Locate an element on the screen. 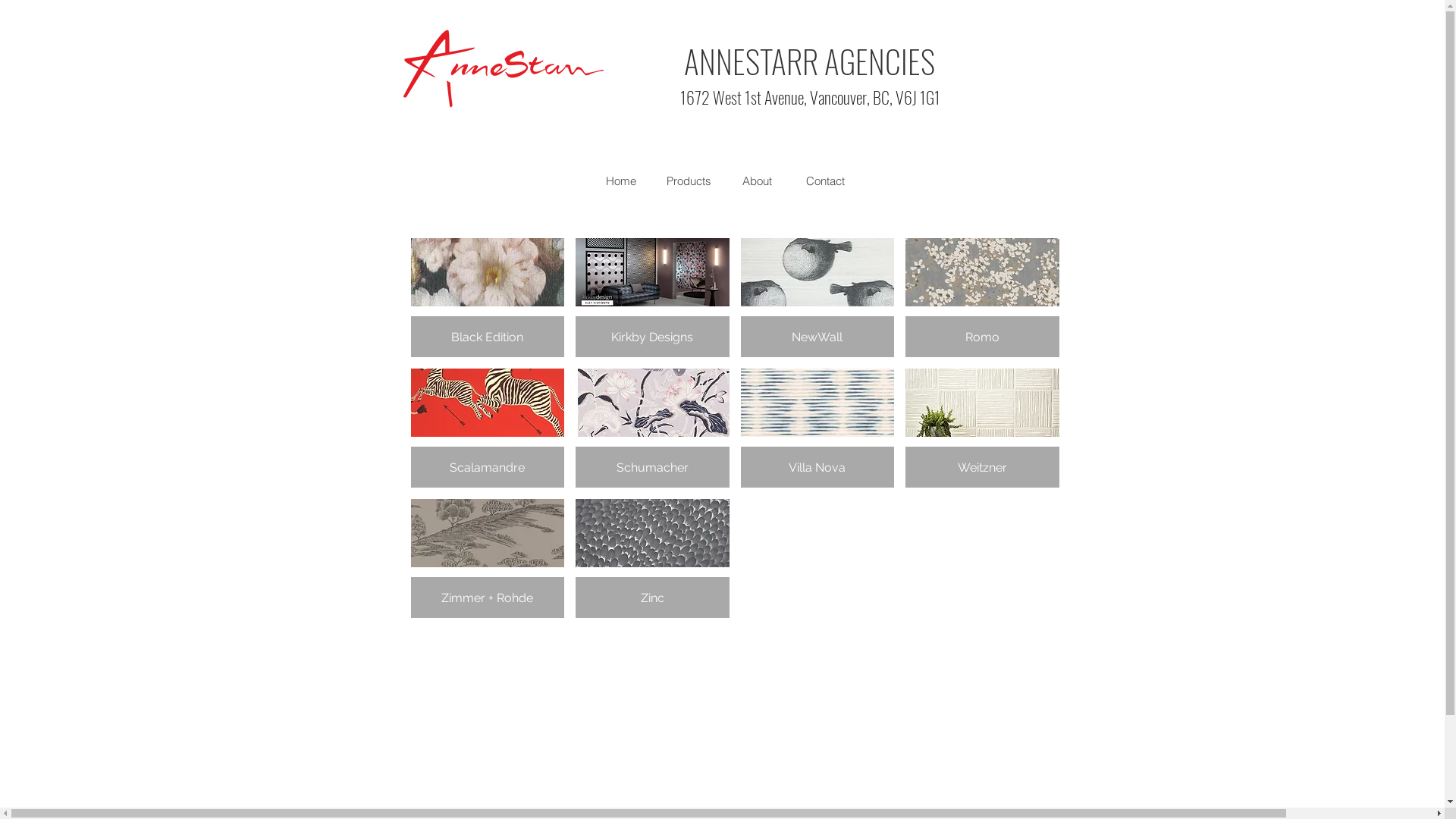 The image size is (1456, 819). 'Black Edition' is located at coordinates (488, 297).